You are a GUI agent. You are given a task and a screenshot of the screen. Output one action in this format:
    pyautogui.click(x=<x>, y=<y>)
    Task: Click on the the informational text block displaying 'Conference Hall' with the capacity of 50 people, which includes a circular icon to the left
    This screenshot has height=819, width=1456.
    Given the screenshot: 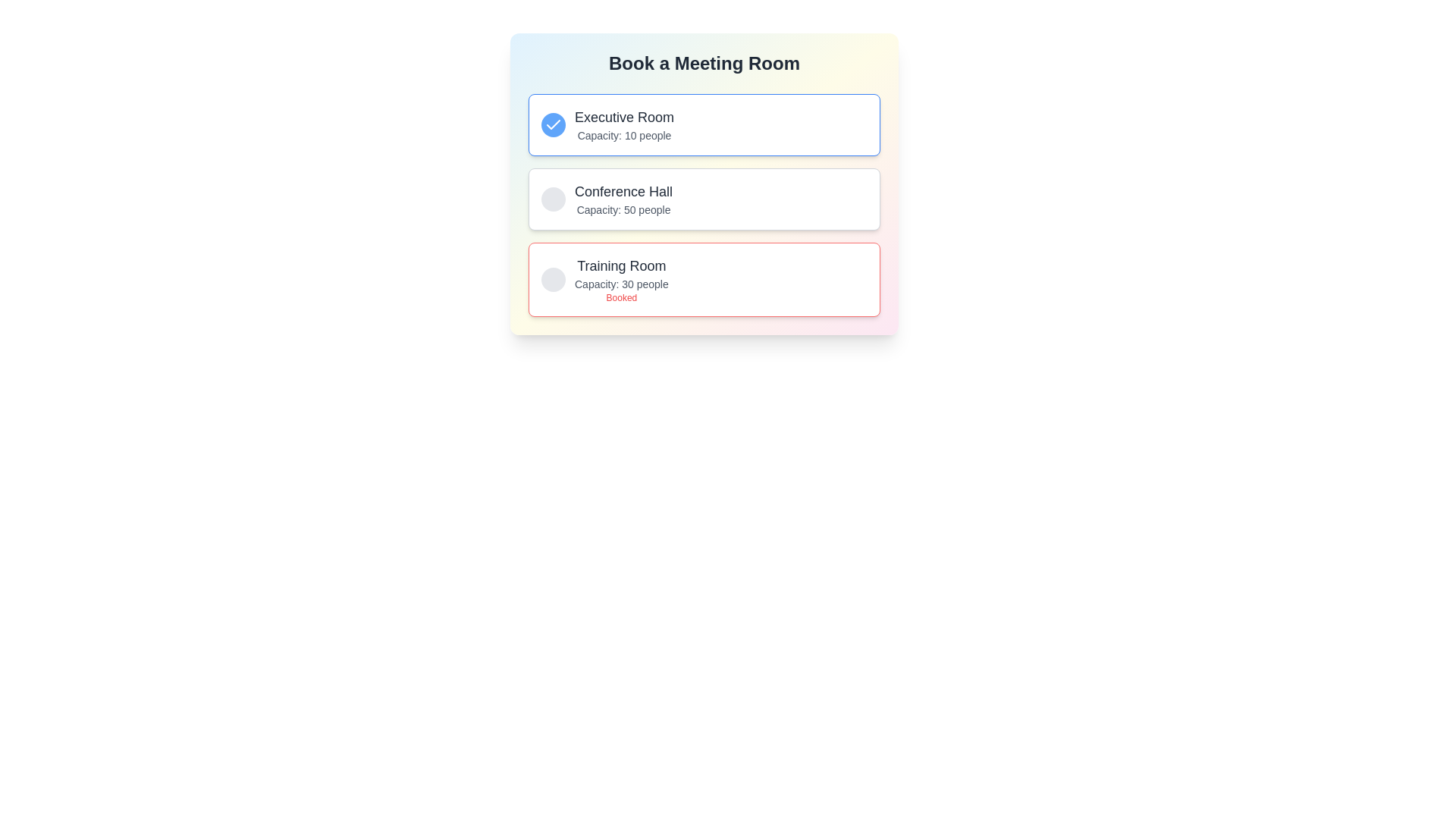 What is the action you would take?
    pyautogui.click(x=607, y=198)
    